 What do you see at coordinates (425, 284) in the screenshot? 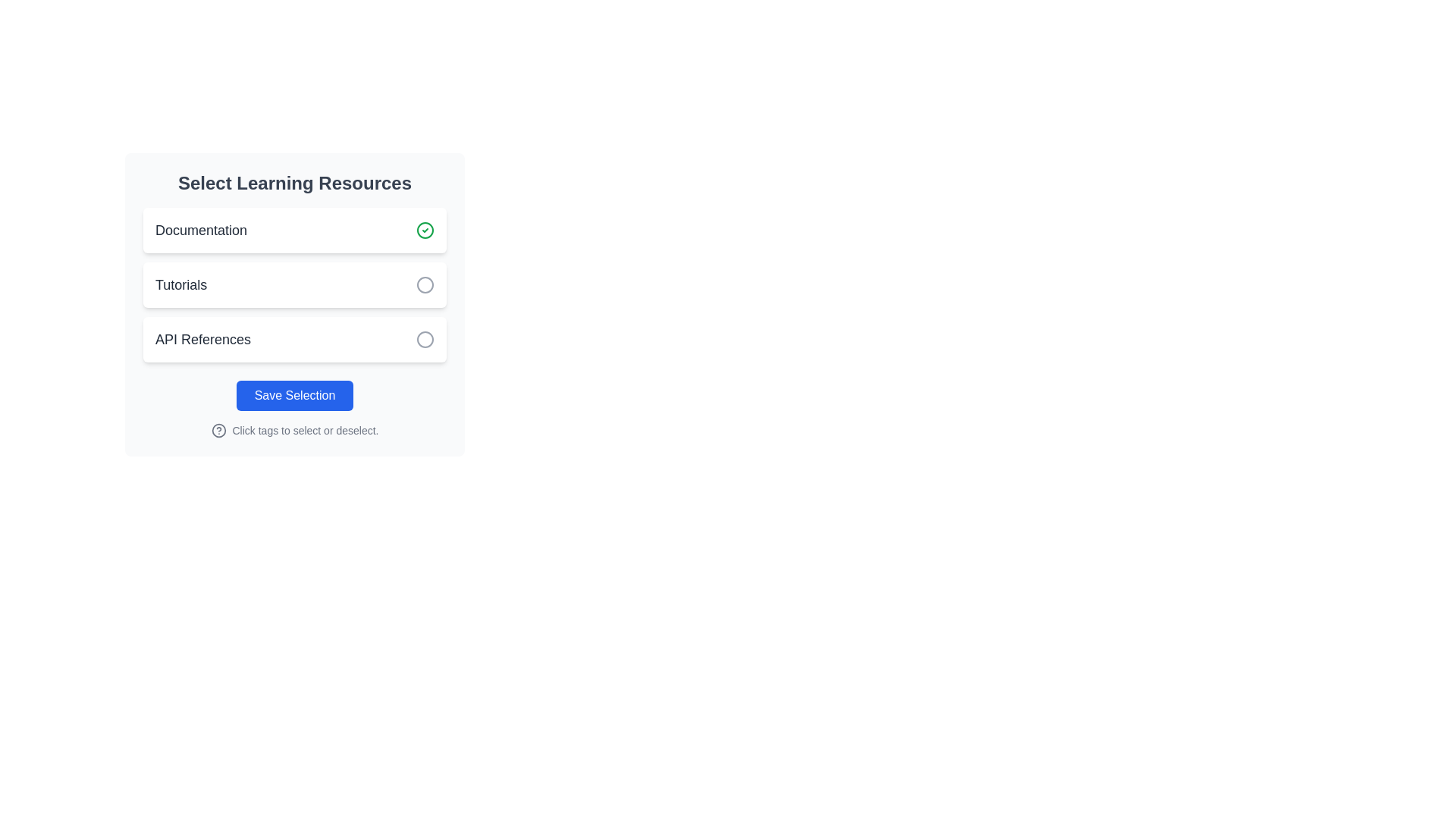
I see `the radio button for 'Tutorials'` at bounding box center [425, 284].